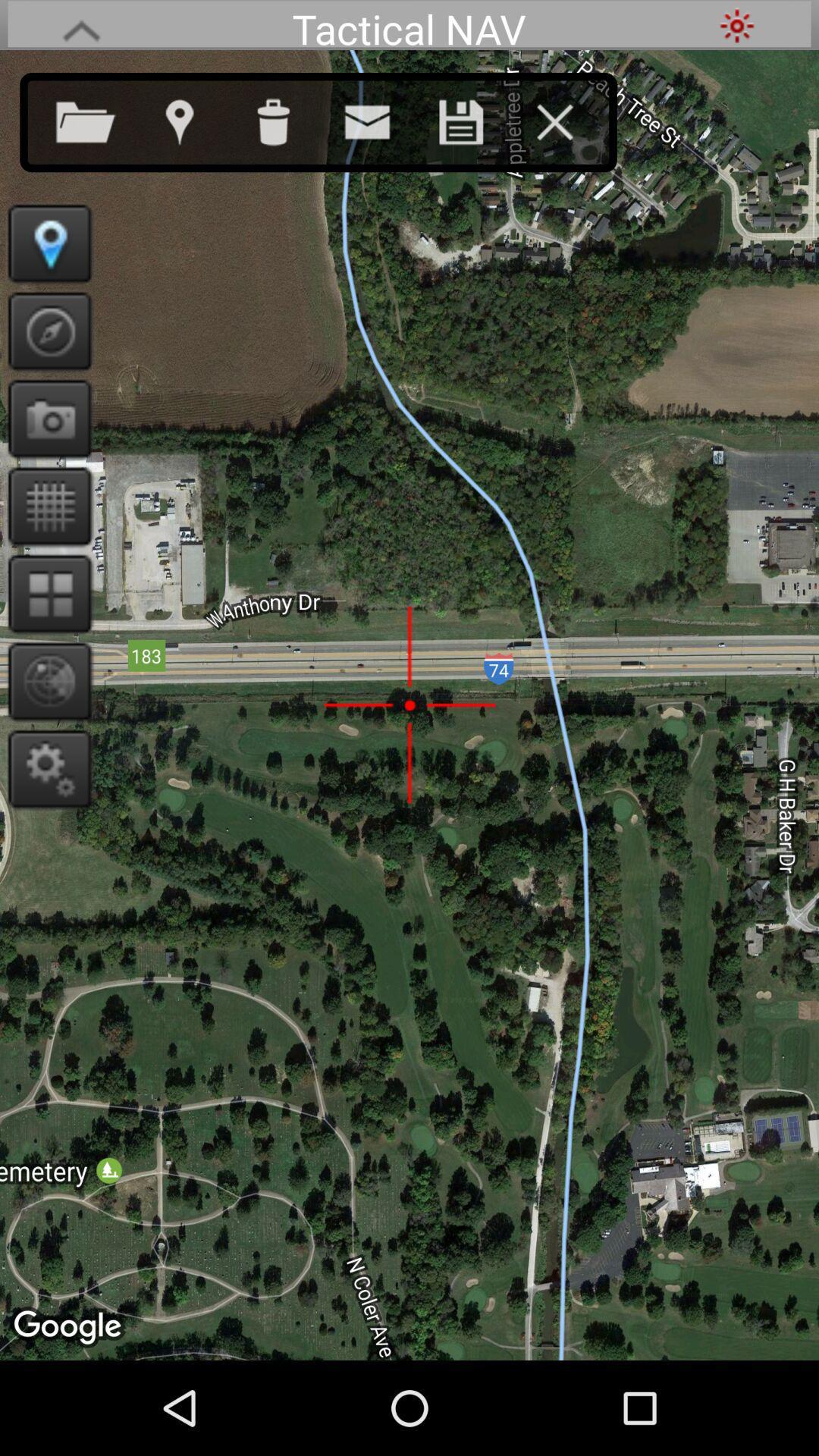 The image size is (819, 1456). Describe the element at coordinates (44, 768) in the screenshot. I see `settings/options` at that location.